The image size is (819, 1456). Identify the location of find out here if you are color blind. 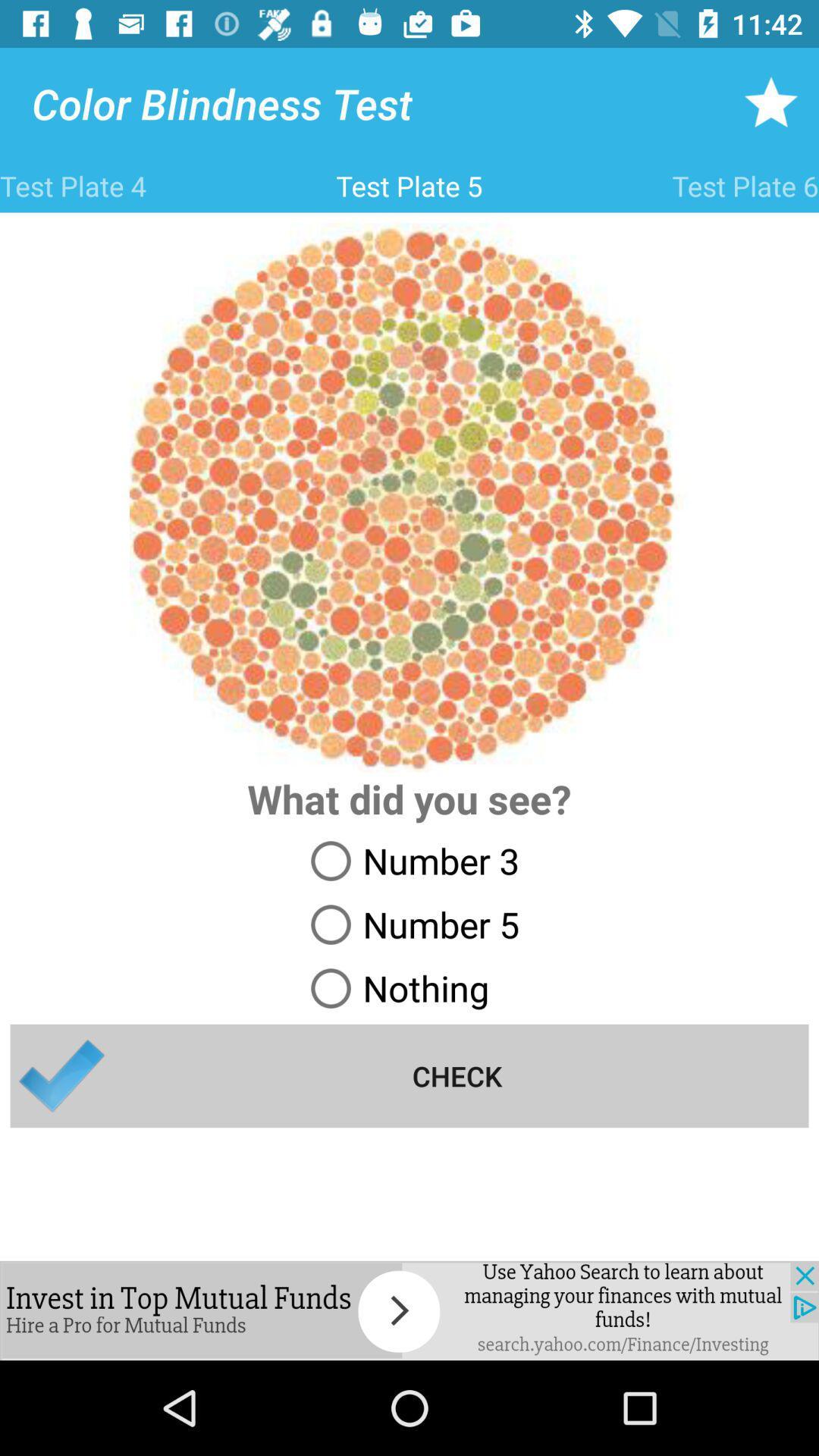
(409, 1310).